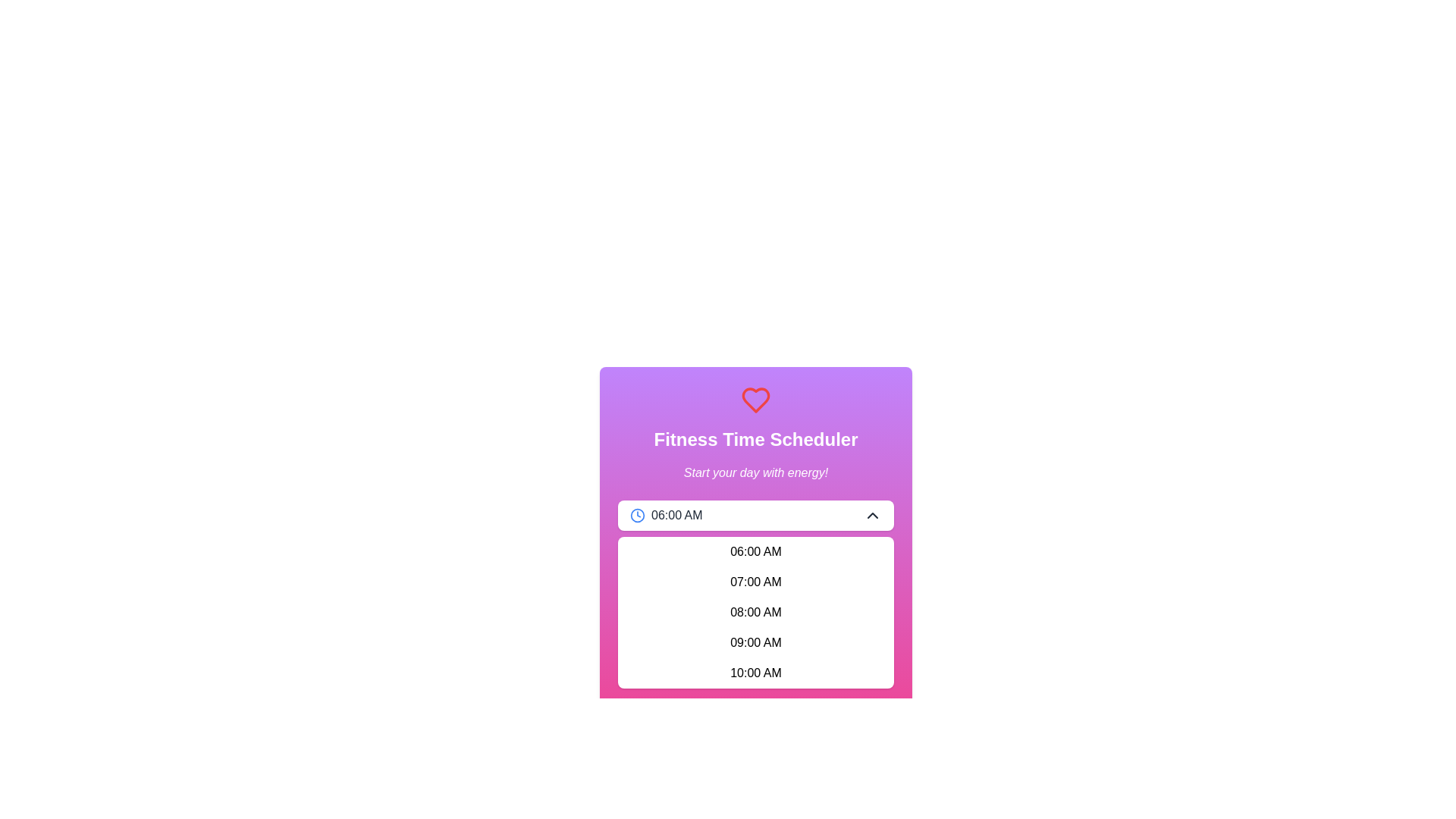 This screenshot has height=819, width=1456. Describe the element at coordinates (756, 581) in the screenshot. I see `the list item displaying '07:00 AM'` at that location.